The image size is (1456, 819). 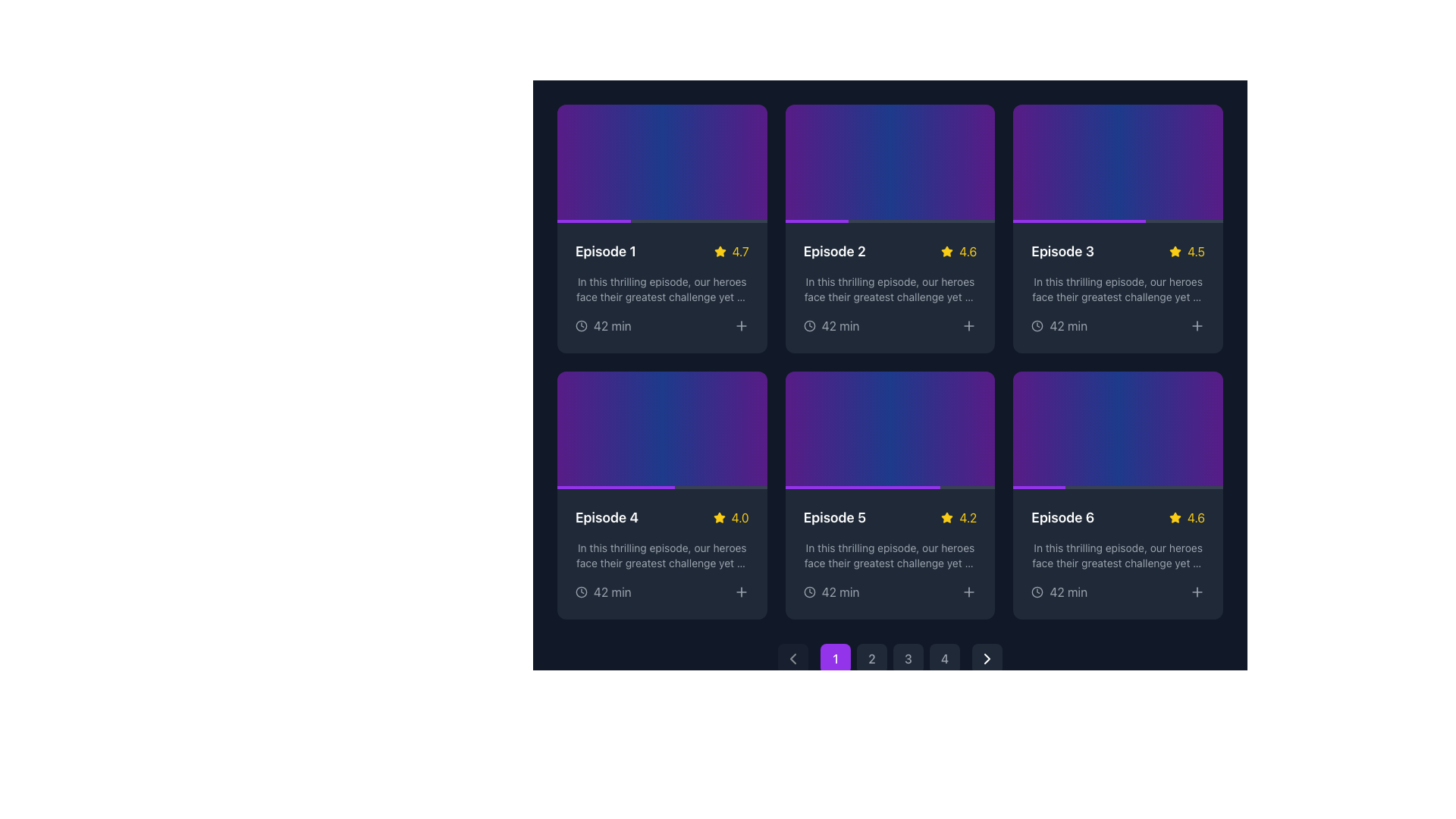 What do you see at coordinates (890, 228) in the screenshot?
I see `the Information card that previews a specific episode, located in the first row and second column of a grid of six cards` at bounding box center [890, 228].